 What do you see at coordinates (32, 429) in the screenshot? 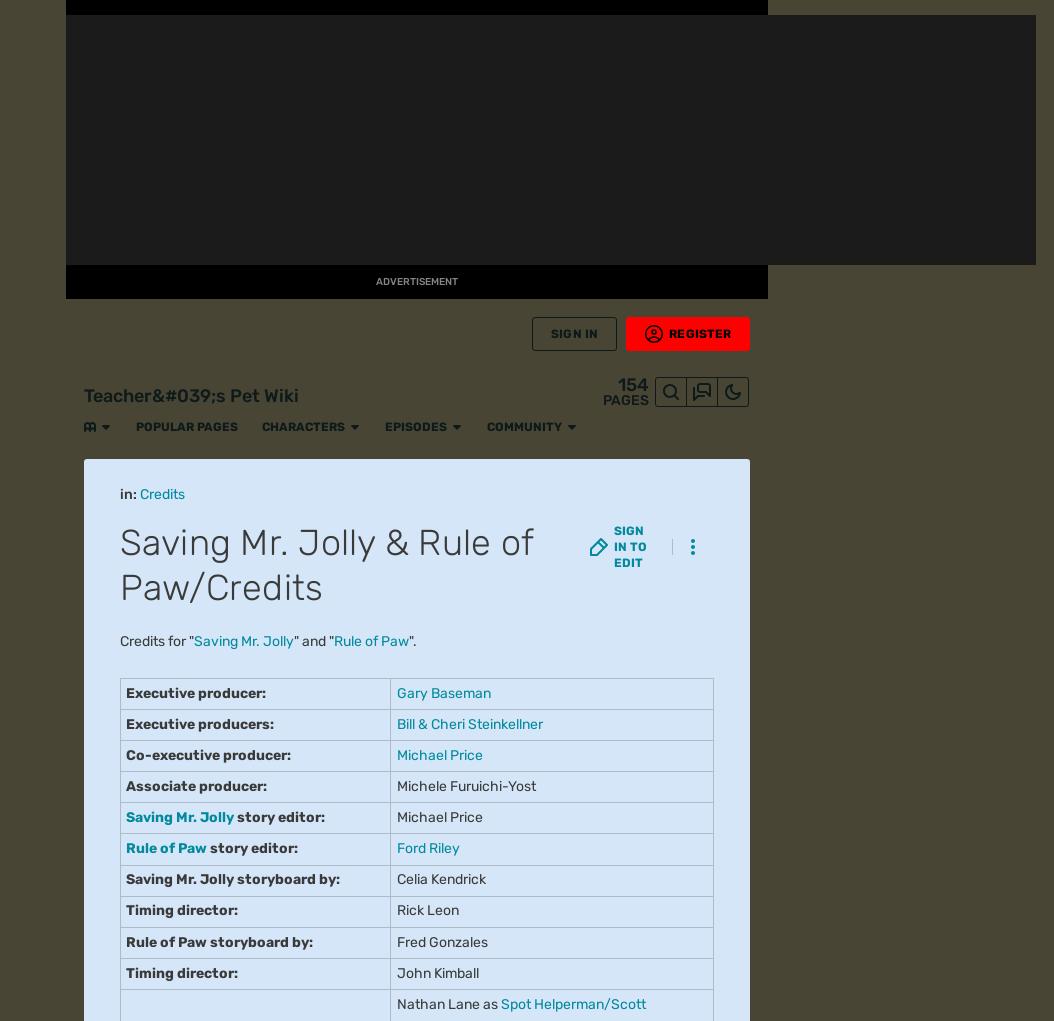
I see `'Movies'` at bounding box center [32, 429].